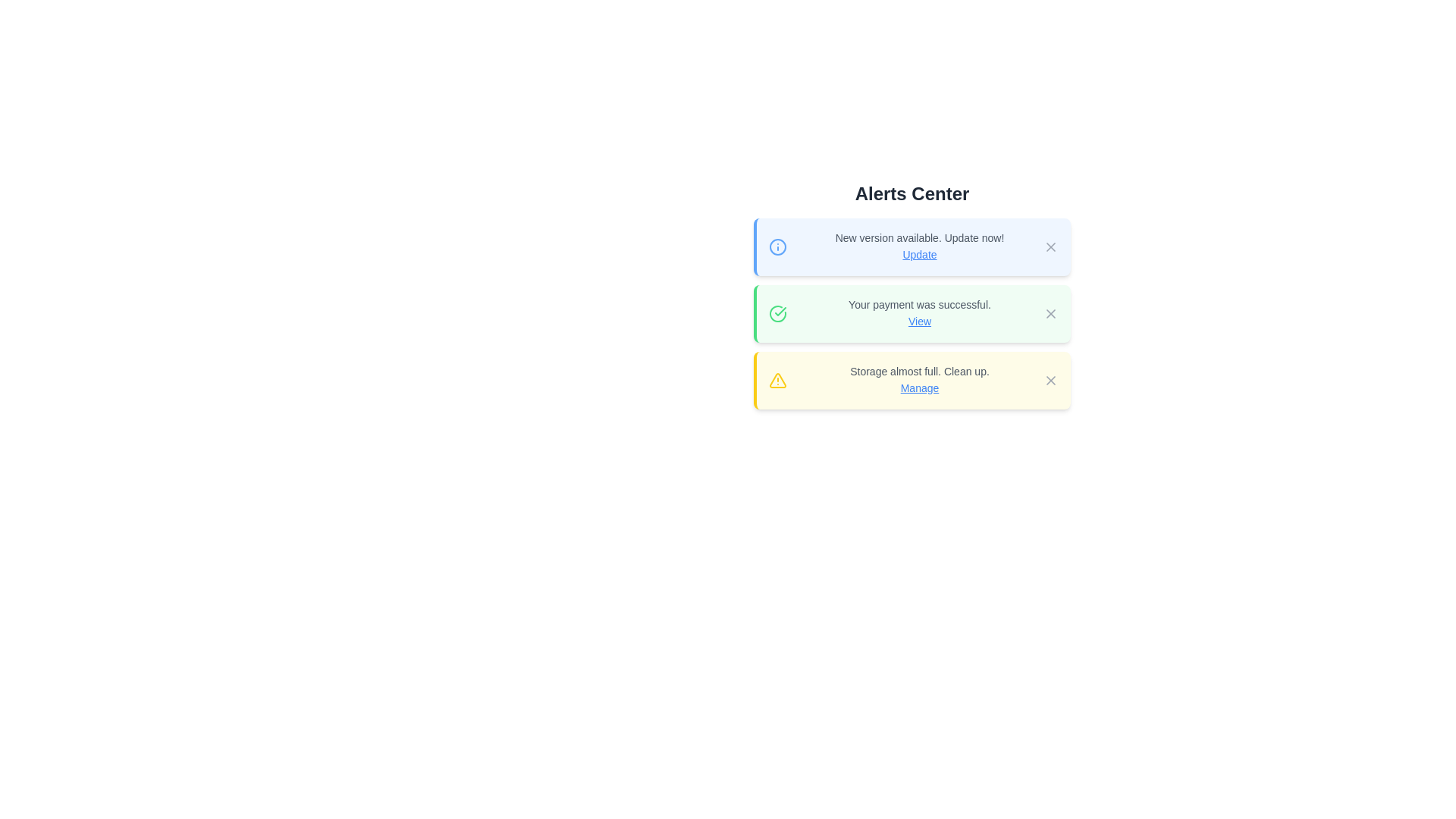 The image size is (1456, 819). What do you see at coordinates (1050, 312) in the screenshot?
I see `the close icon button located at the top-right corner of the green notification card regarding payment success` at bounding box center [1050, 312].